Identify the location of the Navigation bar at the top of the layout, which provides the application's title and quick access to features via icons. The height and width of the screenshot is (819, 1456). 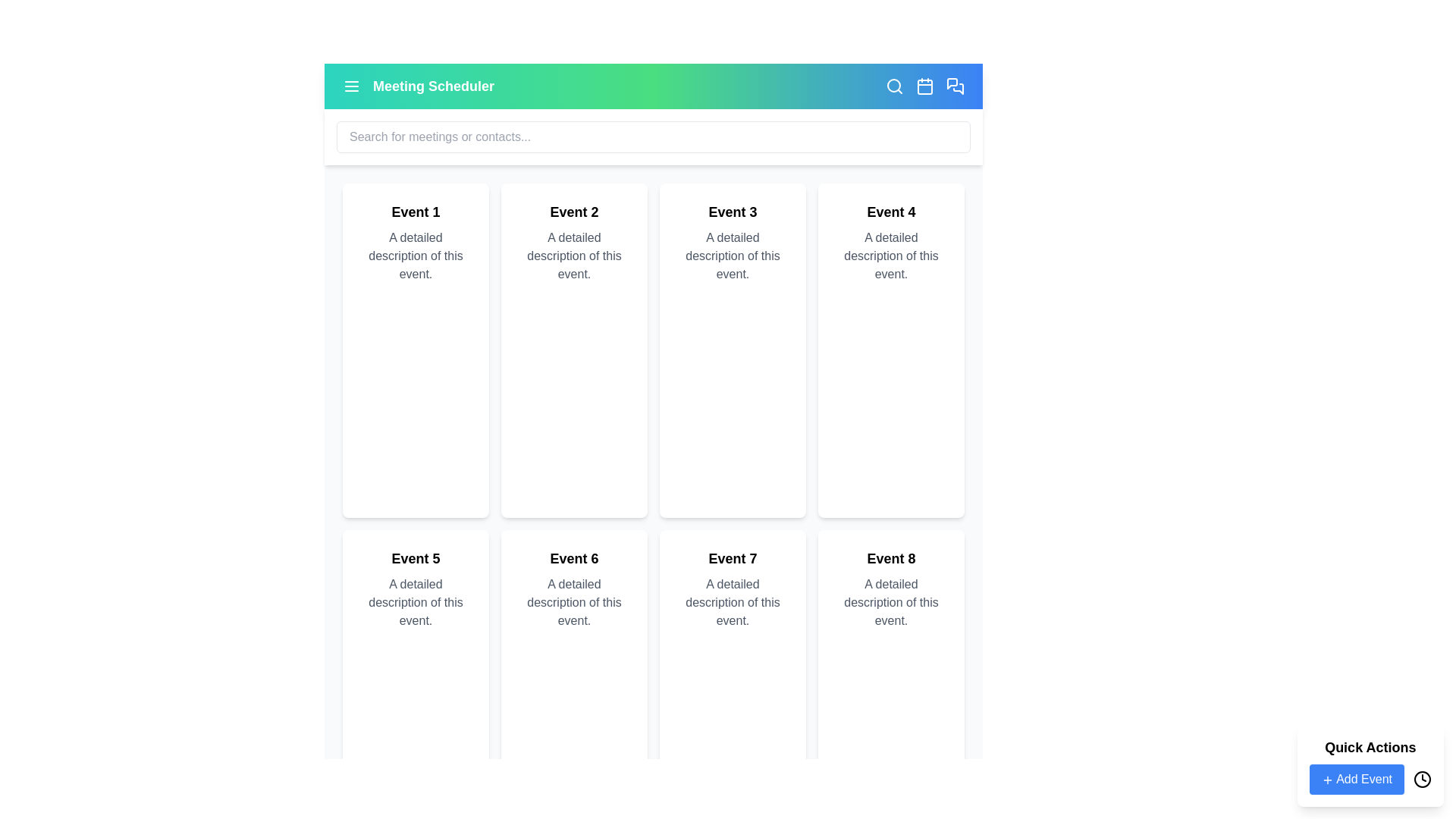
(654, 86).